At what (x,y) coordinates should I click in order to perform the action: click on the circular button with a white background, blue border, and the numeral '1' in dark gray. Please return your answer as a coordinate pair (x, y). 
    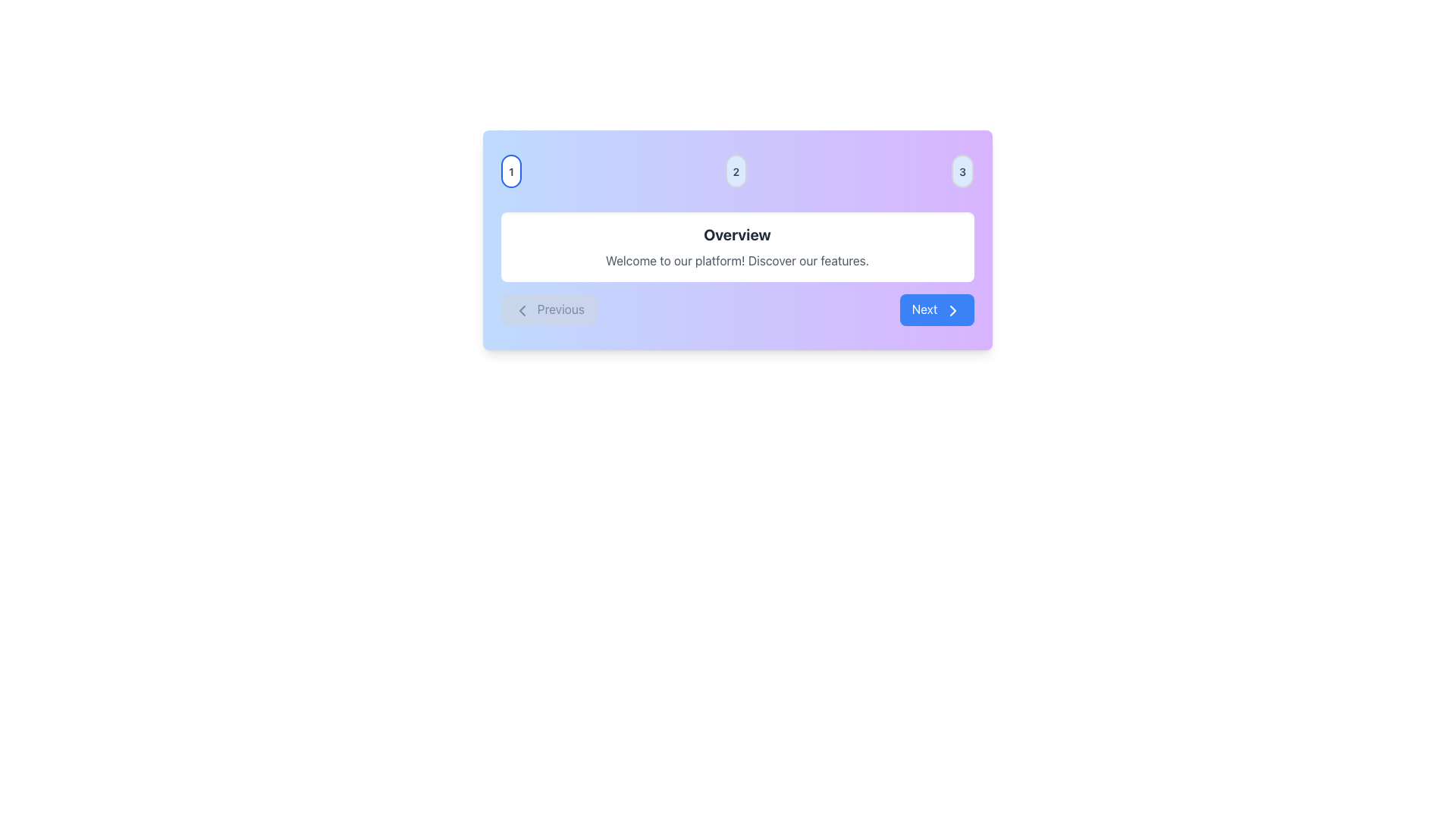
    Looking at the image, I should click on (510, 171).